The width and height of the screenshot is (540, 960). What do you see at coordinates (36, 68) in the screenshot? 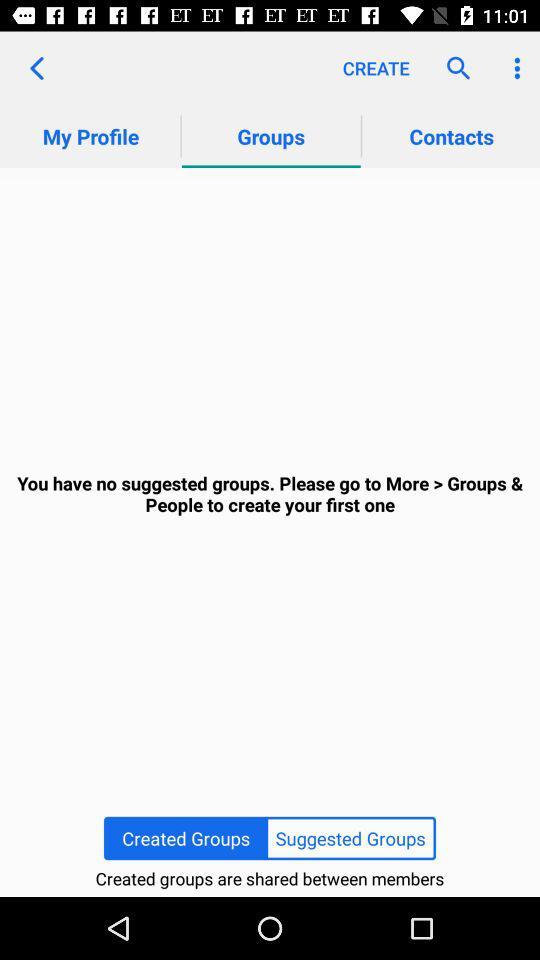
I see `the item next to the groups` at bounding box center [36, 68].